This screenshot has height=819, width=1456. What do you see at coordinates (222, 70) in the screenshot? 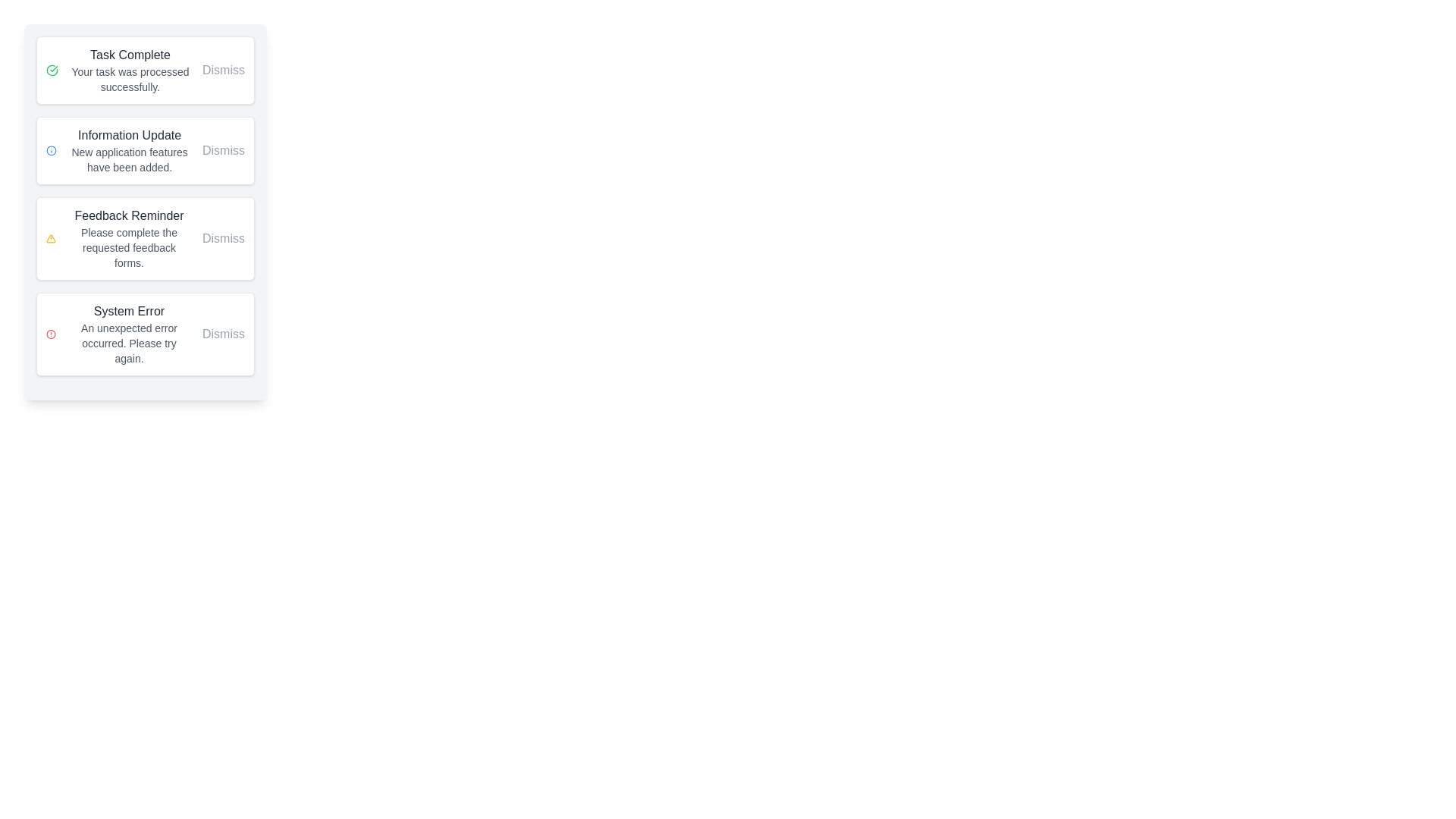
I see `the 'Dismiss' button, which is styled with gray text that changes shade on hover, located next to the 'Task Complete' status message` at bounding box center [222, 70].